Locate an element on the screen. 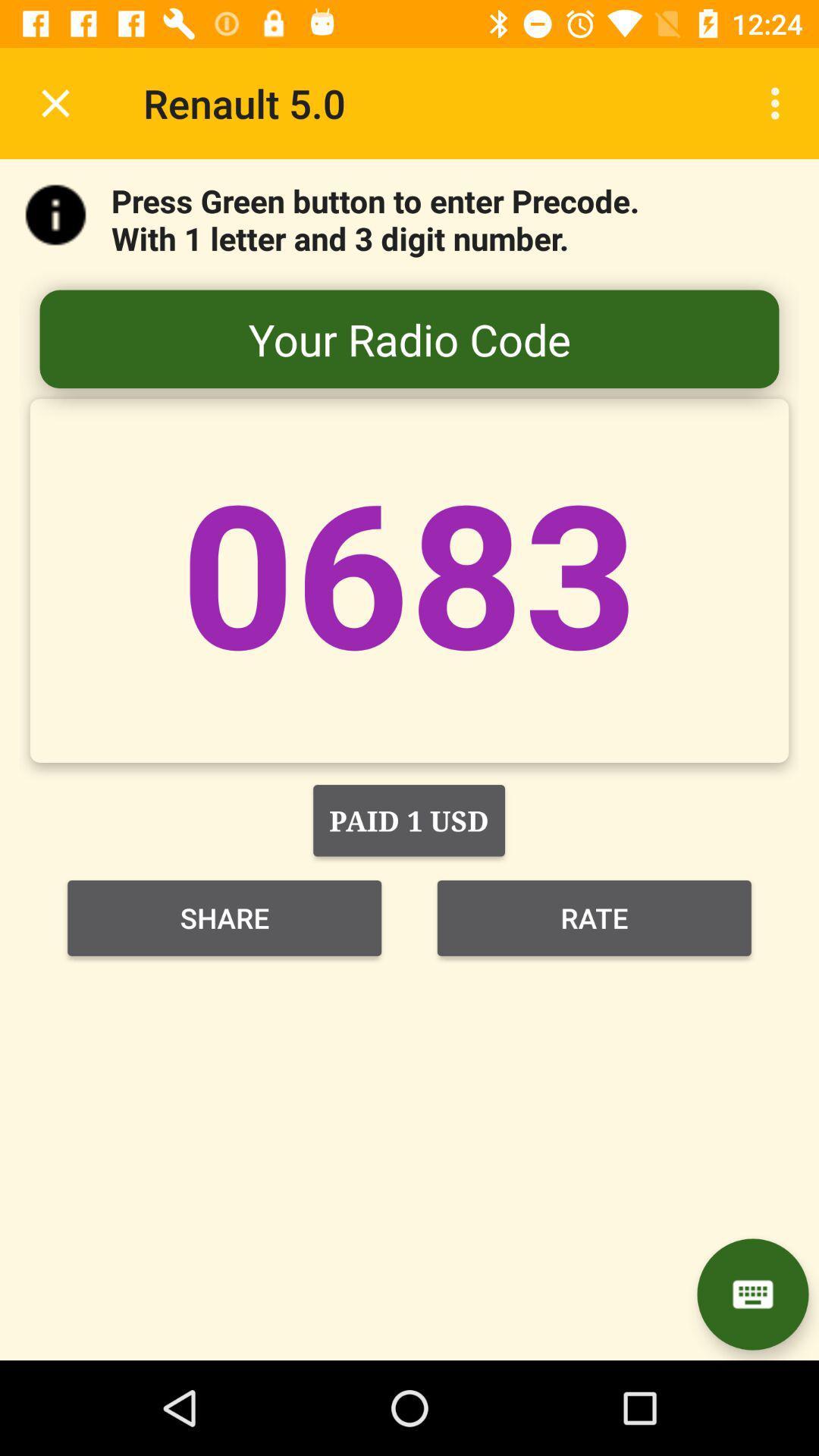  item next to the renault 5.0 is located at coordinates (55, 102).